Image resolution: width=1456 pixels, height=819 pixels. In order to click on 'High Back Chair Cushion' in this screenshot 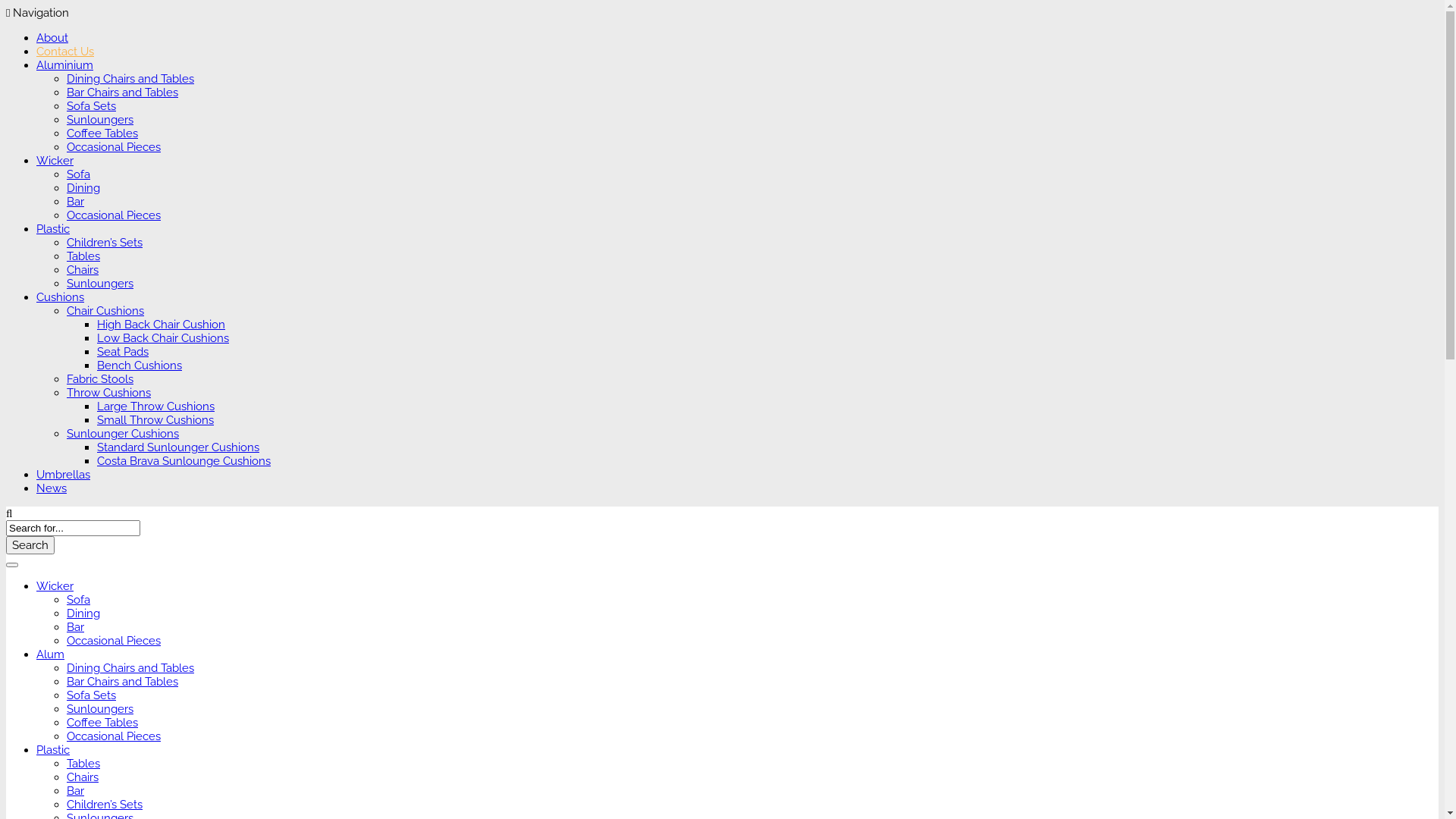, I will do `click(96, 324)`.